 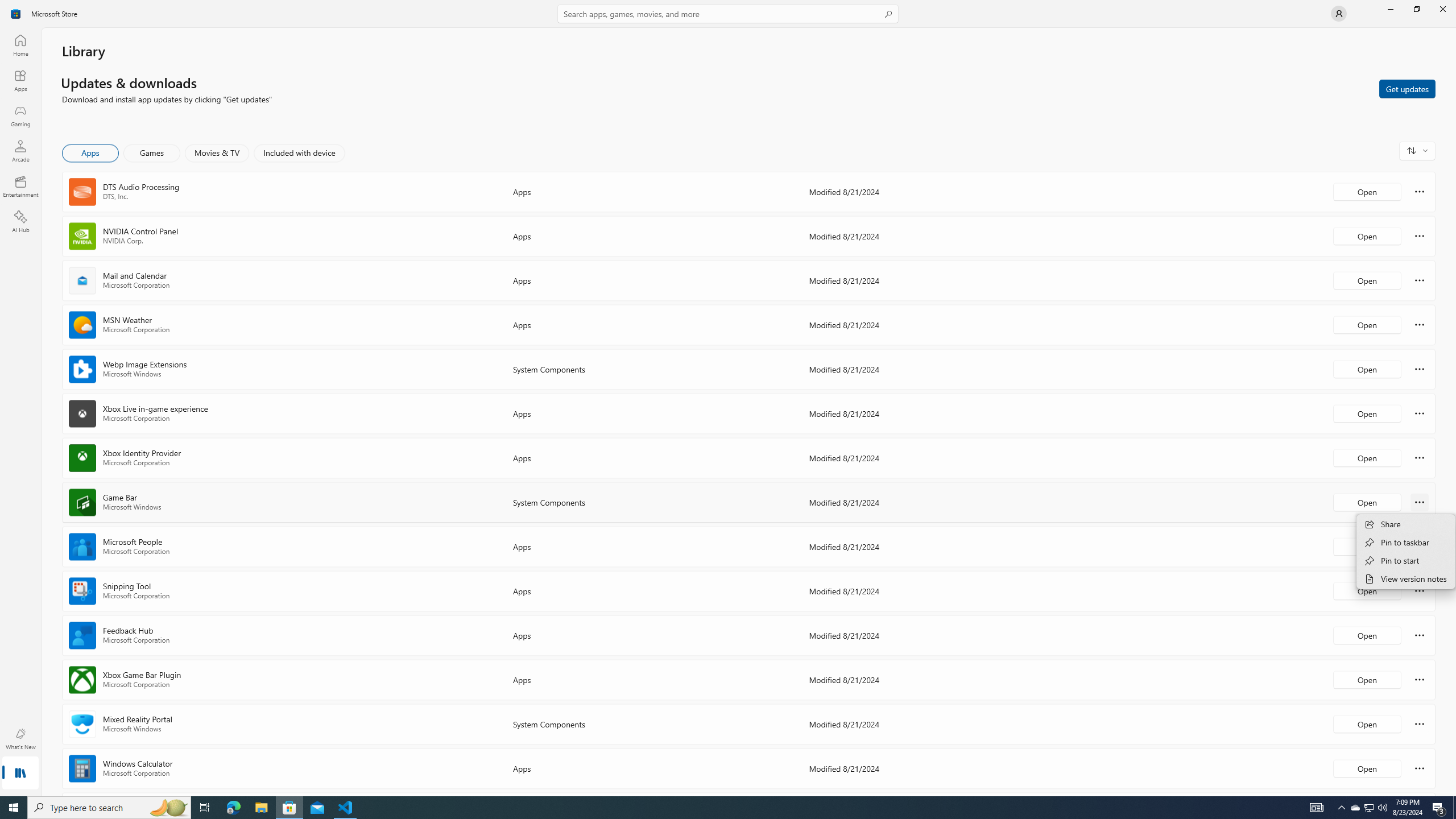 What do you see at coordinates (216, 152) in the screenshot?
I see `'Movies & TV'` at bounding box center [216, 152].